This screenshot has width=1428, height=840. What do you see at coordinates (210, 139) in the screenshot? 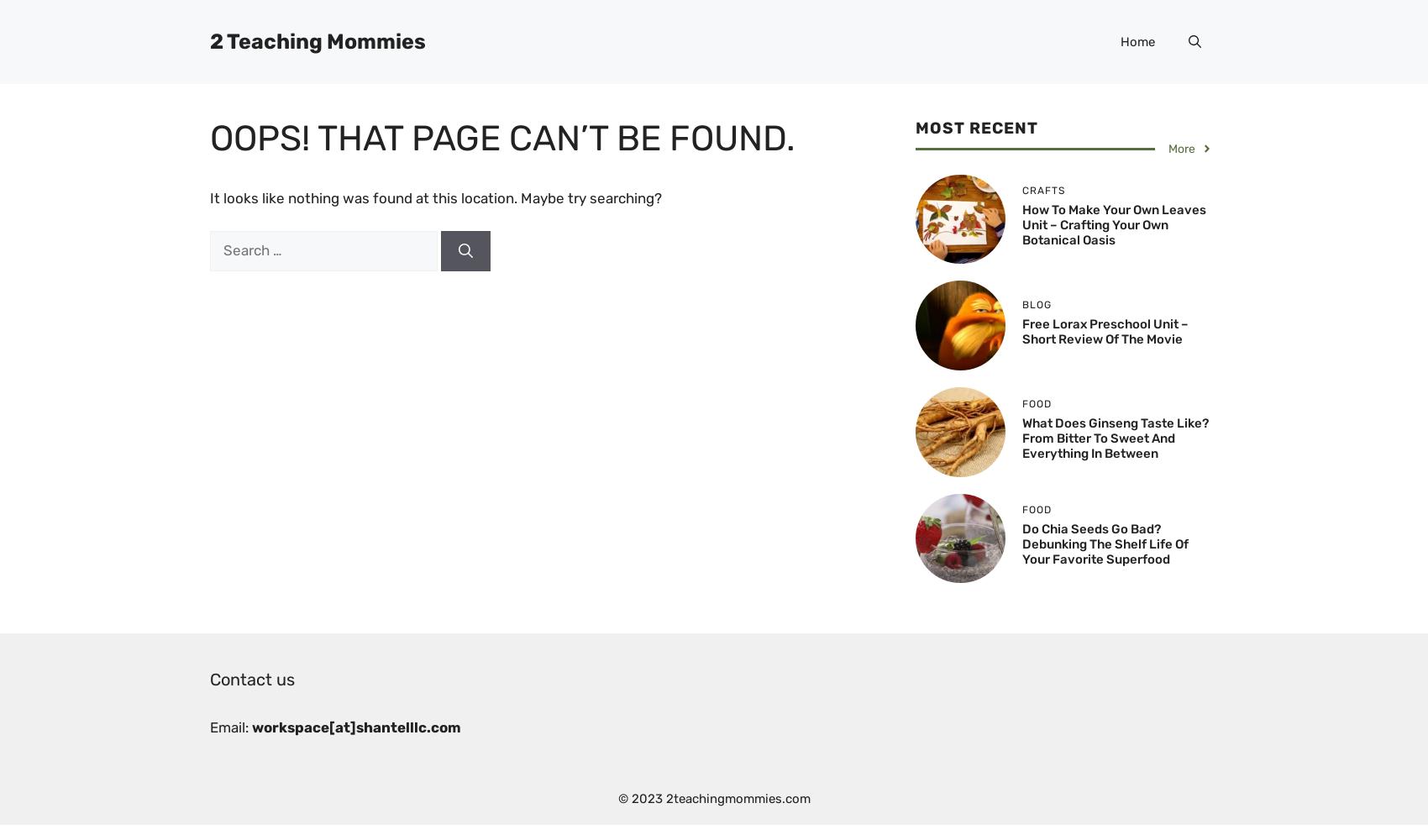
I see `'Oops! That page can’t be found.'` at bounding box center [210, 139].